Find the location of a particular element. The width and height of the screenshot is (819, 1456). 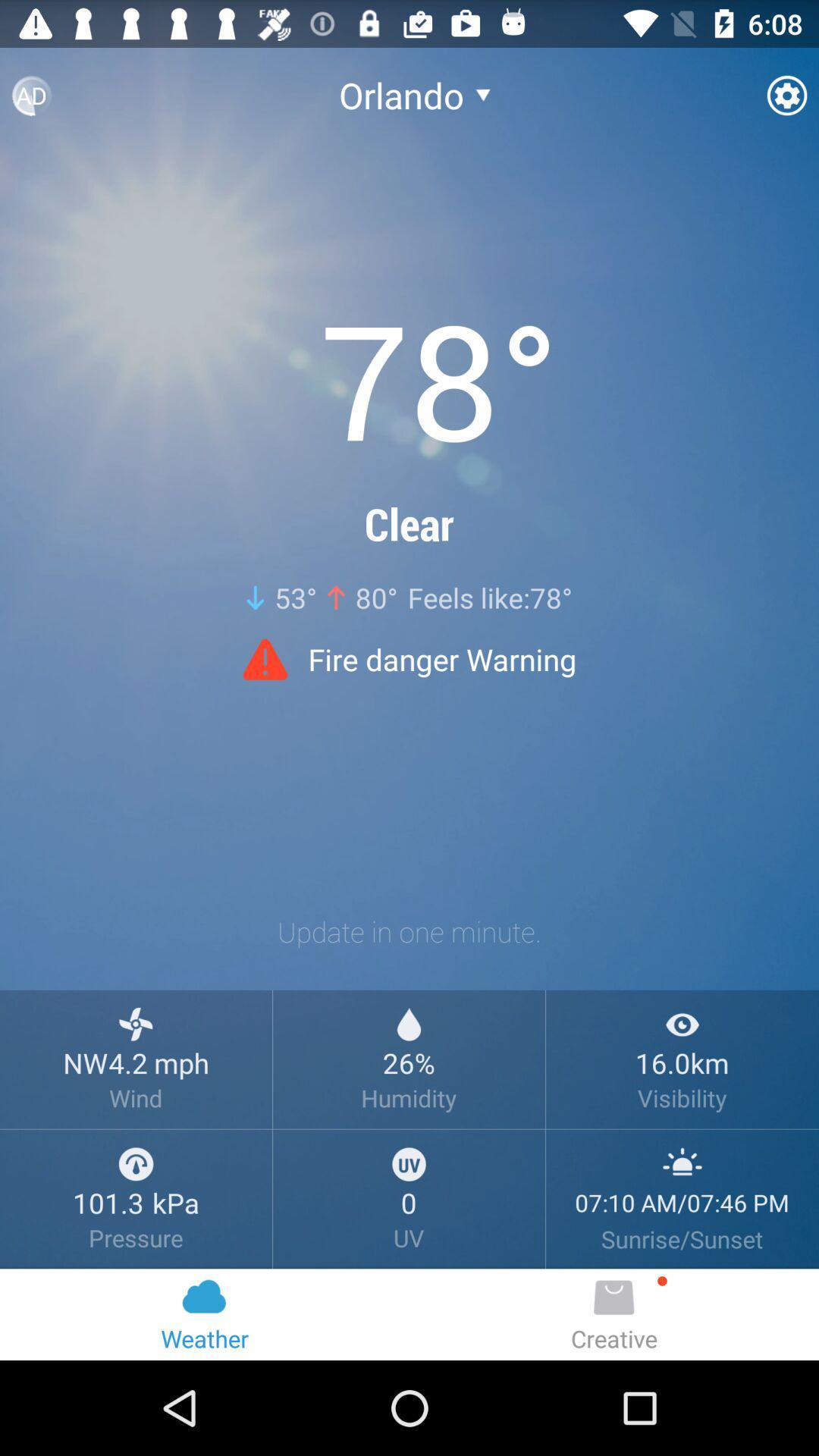

the settings icon is located at coordinates (786, 101).